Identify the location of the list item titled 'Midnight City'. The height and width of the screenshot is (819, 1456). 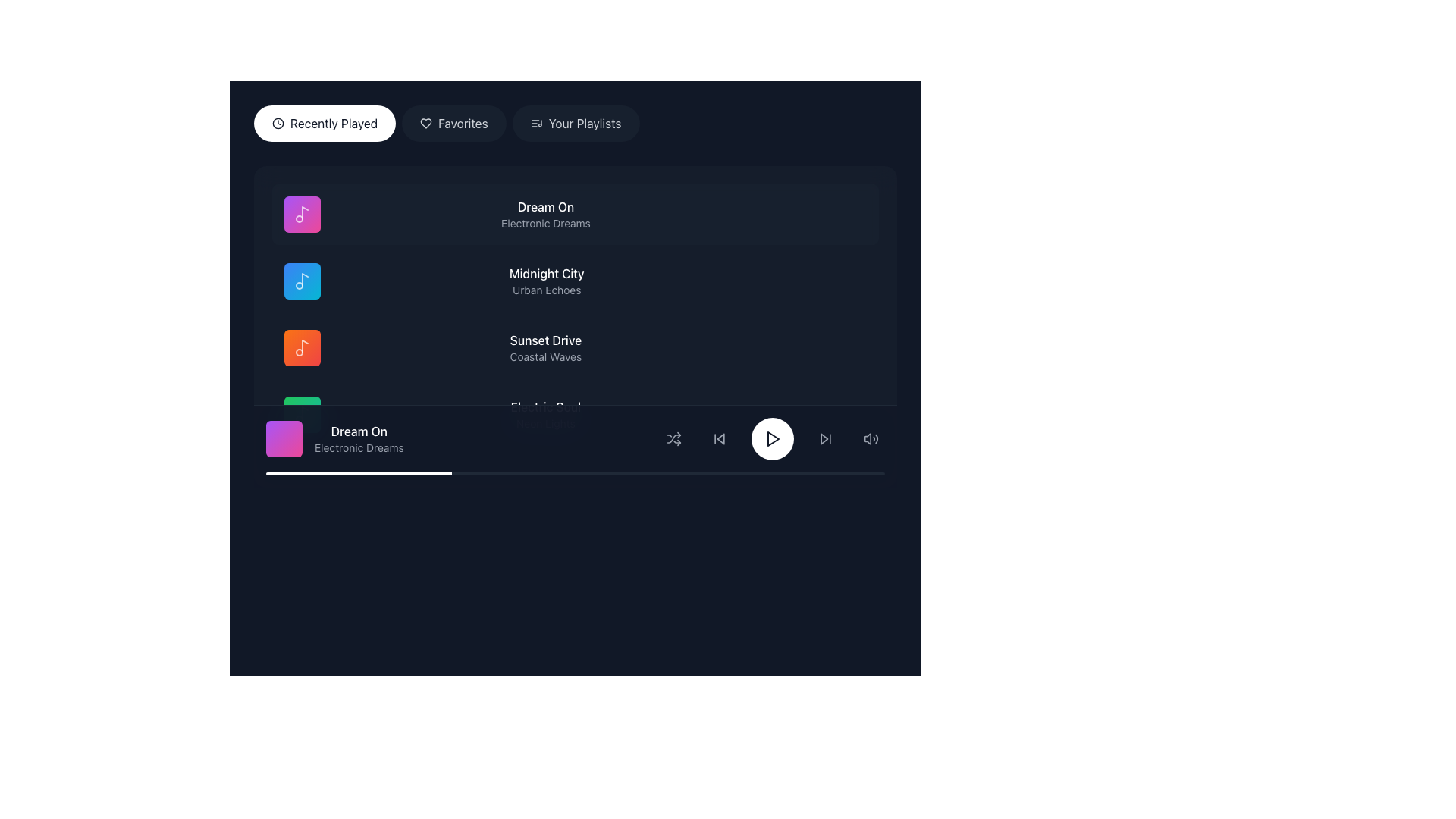
(574, 296).